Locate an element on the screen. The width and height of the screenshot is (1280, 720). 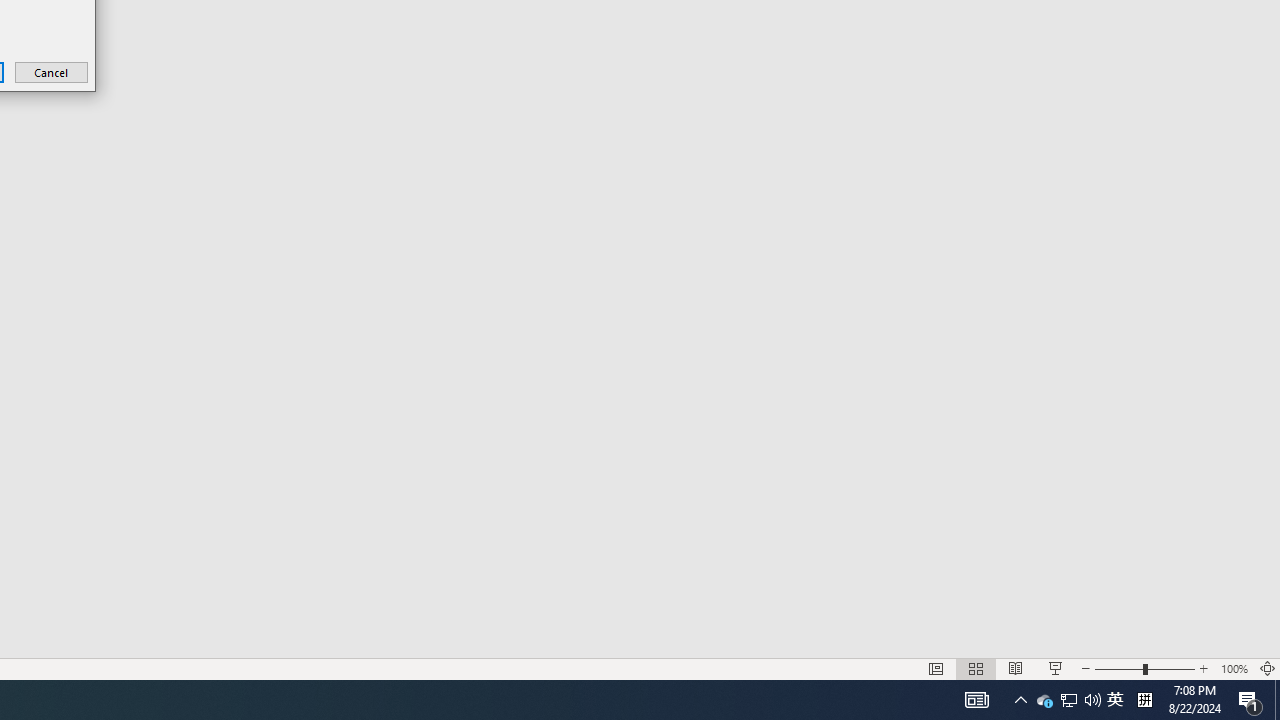
'Action Center, 1 new notification' is located at coordinates (1250, 698).